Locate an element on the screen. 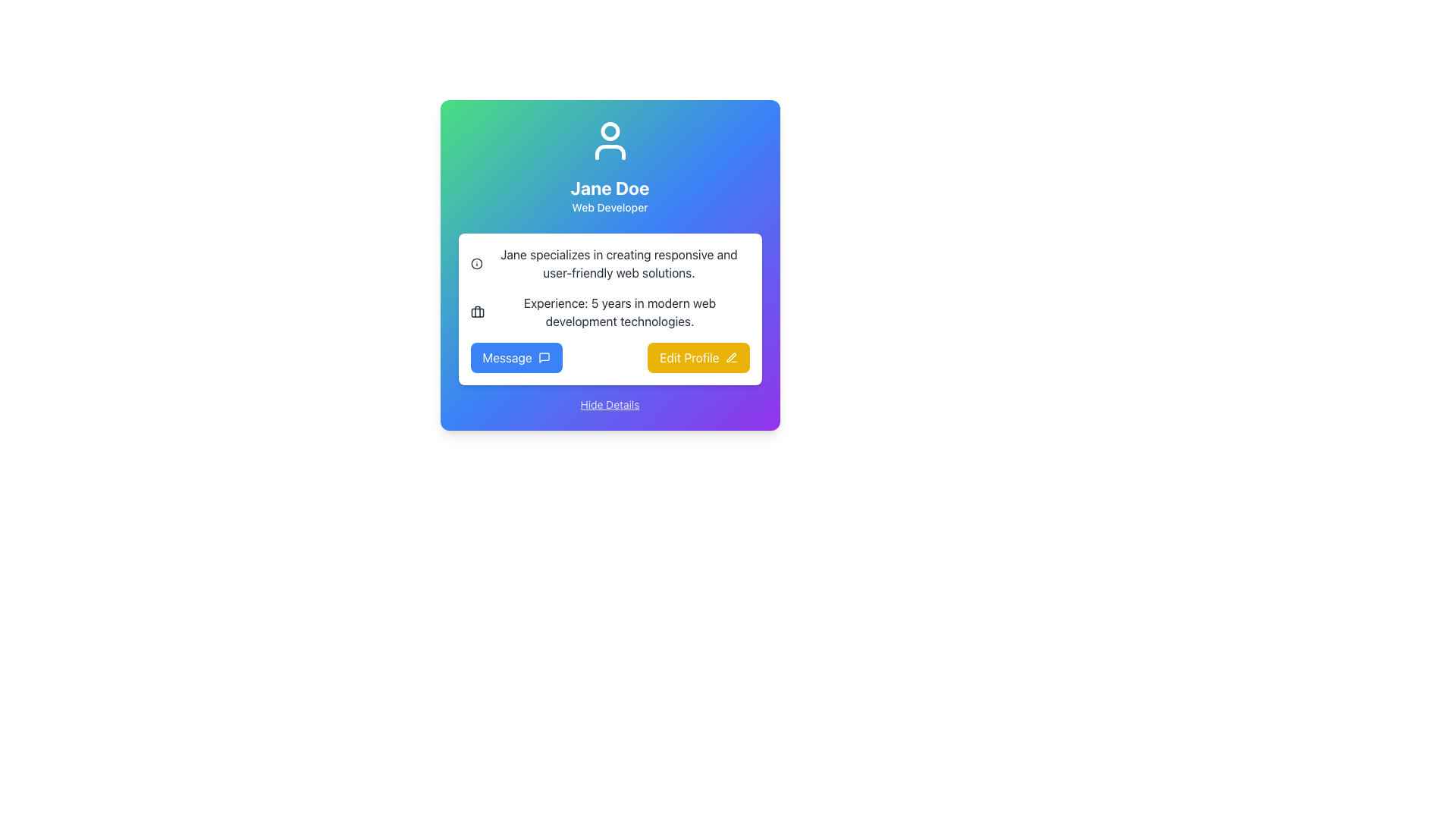  the briefcase icon located in the informational card under 'Jane Doe - Web Developer', preceding the text 'Experience: 5 years in modern web development technologies' is located at coordinates (476, 312).